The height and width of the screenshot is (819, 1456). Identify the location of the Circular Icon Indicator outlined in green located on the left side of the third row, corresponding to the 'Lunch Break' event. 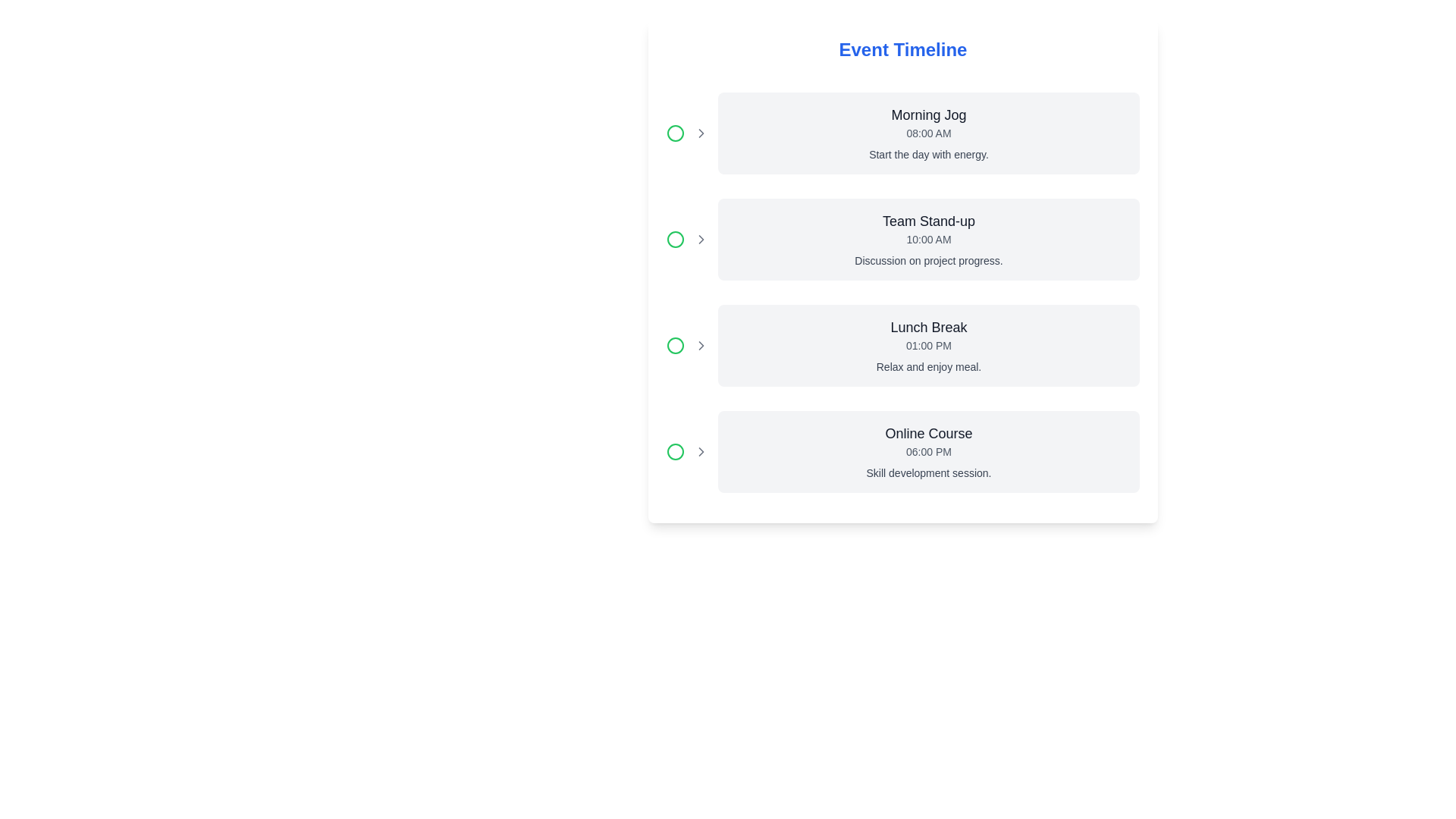
(675, 345).